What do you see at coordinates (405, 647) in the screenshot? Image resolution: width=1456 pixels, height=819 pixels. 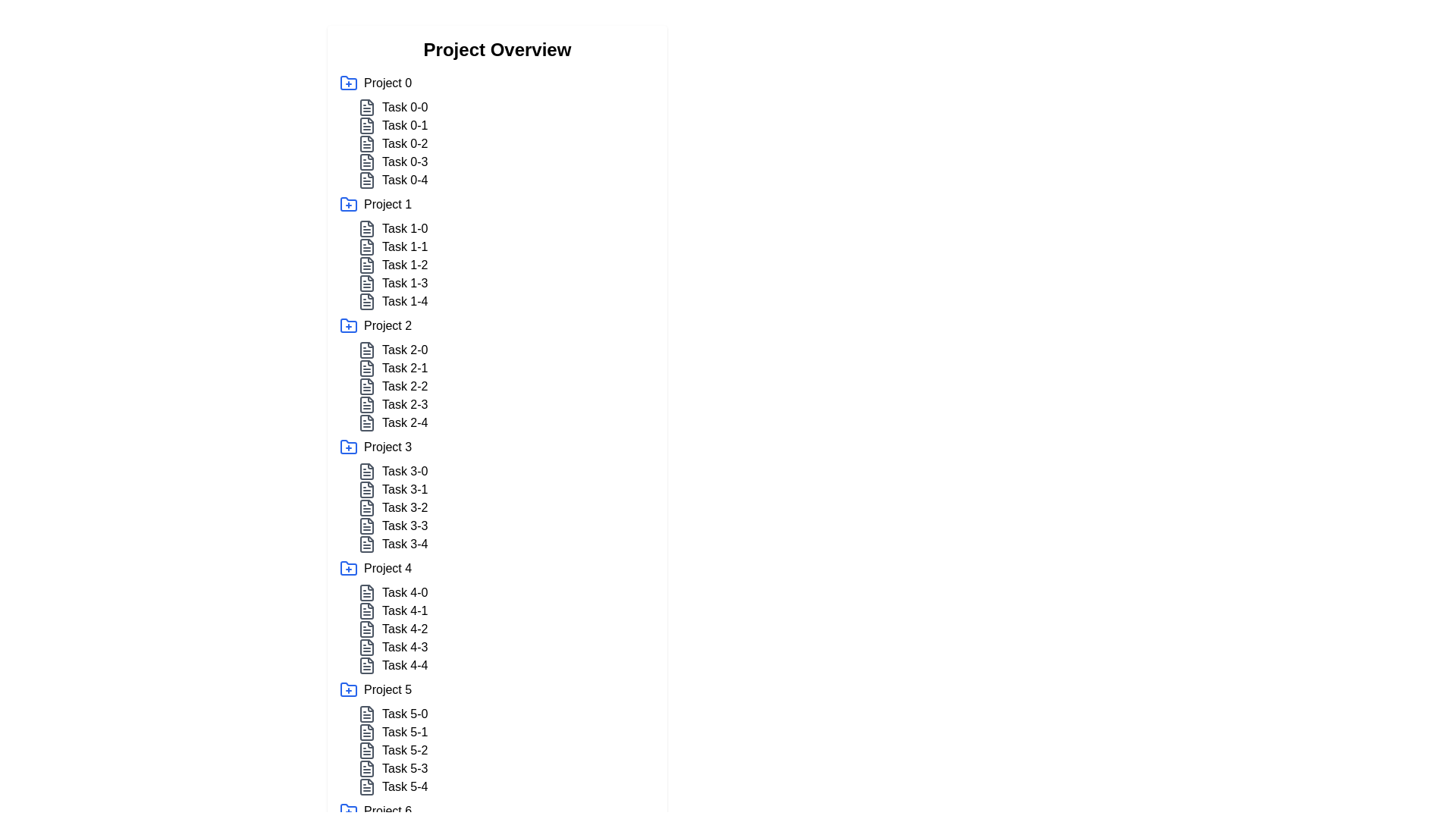 I see `the static text label representing the fourth task under 'Project 4' in the hierarchical project overview` at bounding box center [405, 647].